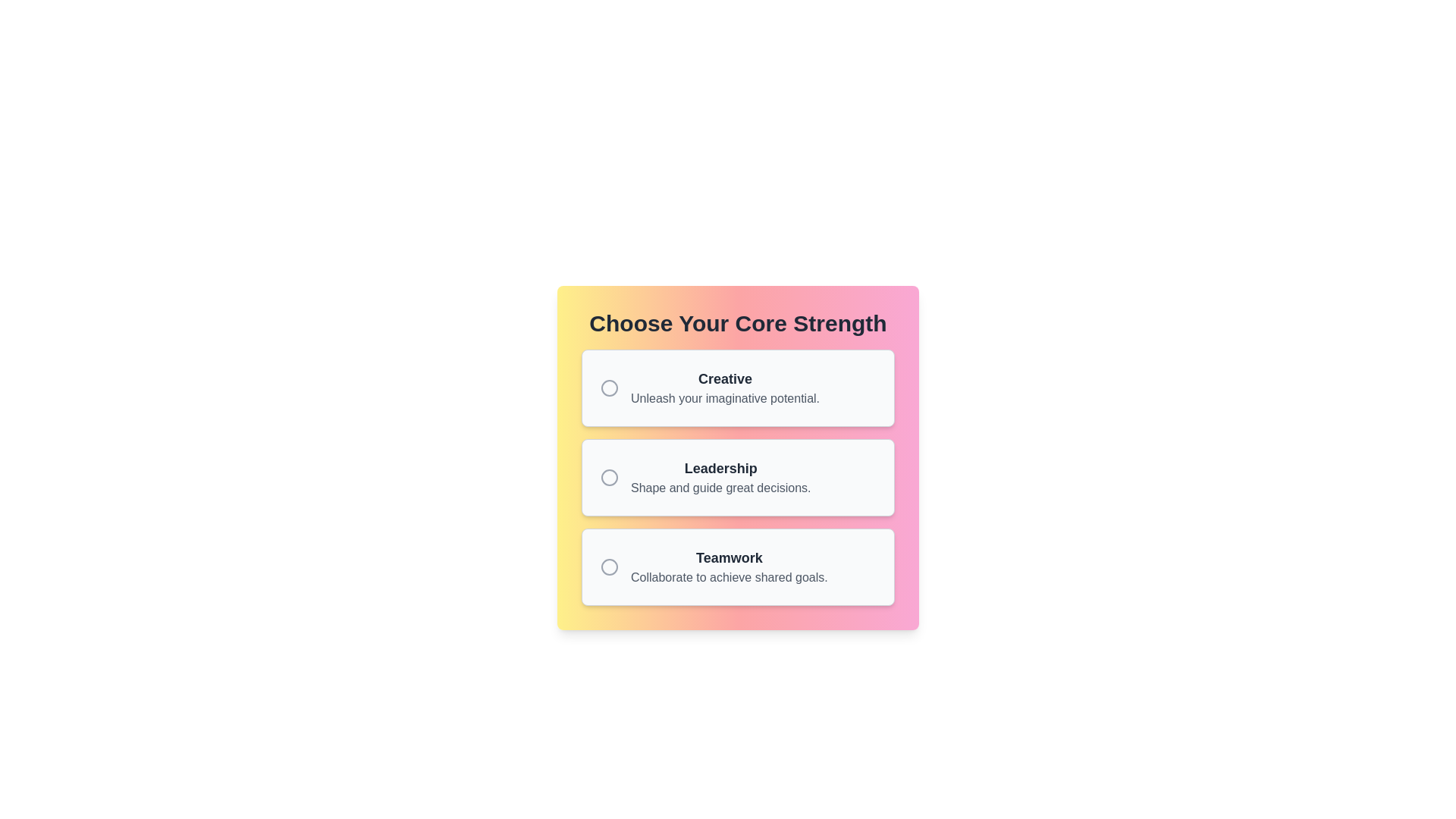 Image resolution: width=1456 pixels, height=819 pixels. I want to click on the second item in the vertical list of options labeled 'Choose Your Core Strength', so click(720, 476).